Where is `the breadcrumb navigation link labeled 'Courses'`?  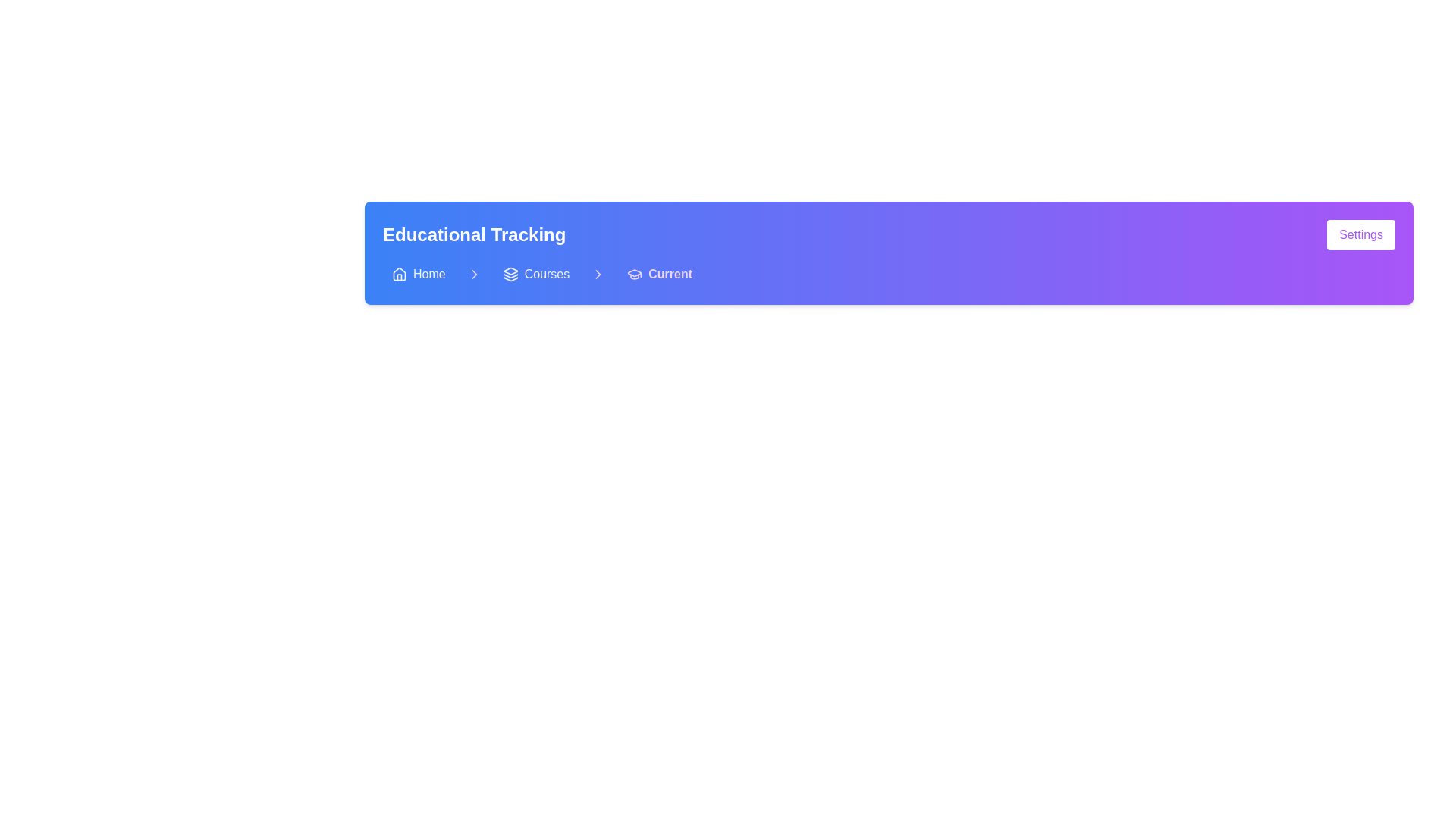
the breadcrumb navigation link labeled 'Courses' is located at coordinates (536, 275).